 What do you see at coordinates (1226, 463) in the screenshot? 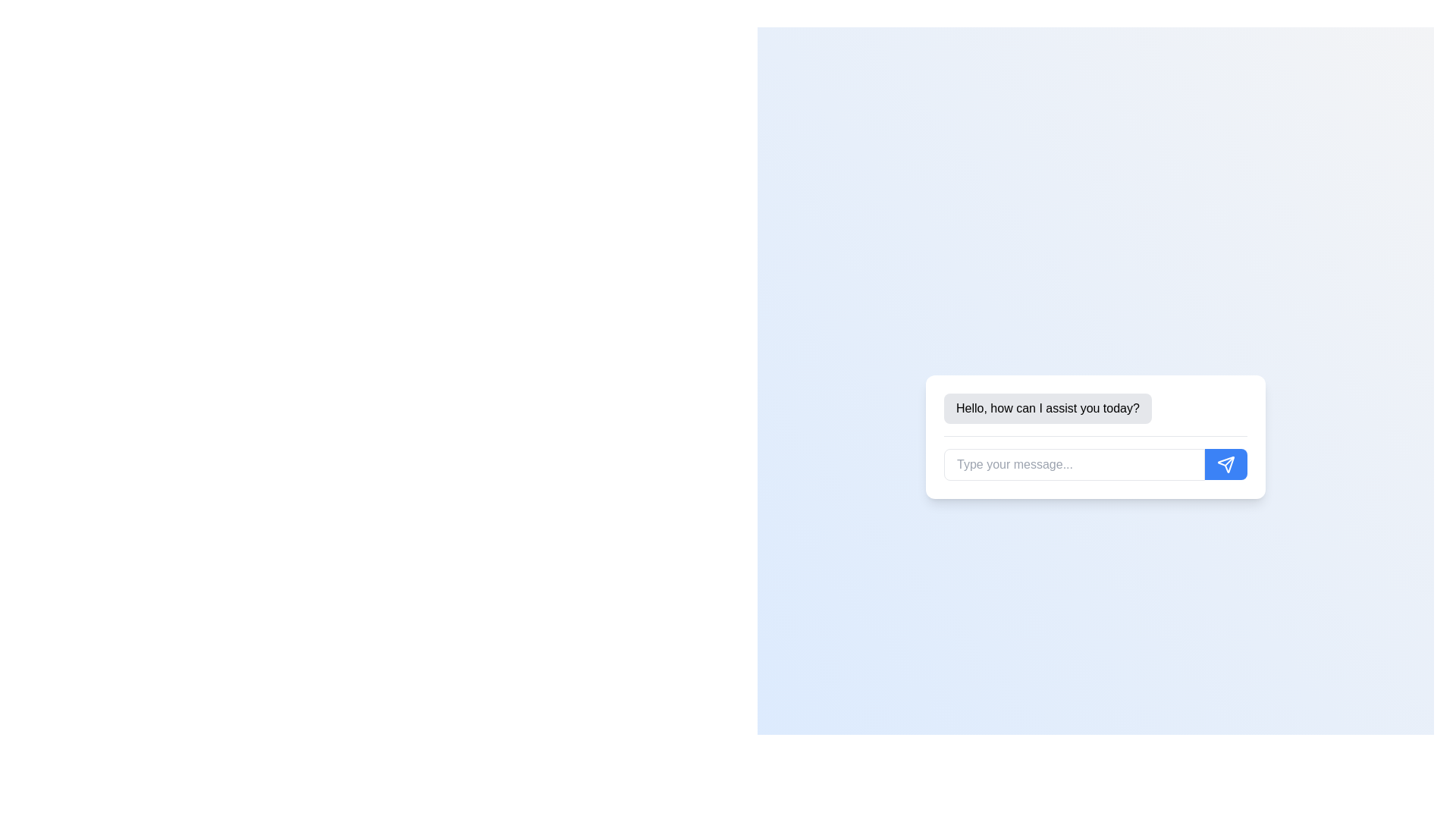
I see `the 'send' icon located in the lower-right corner of the message input area` at bounding box center [1226, 463].